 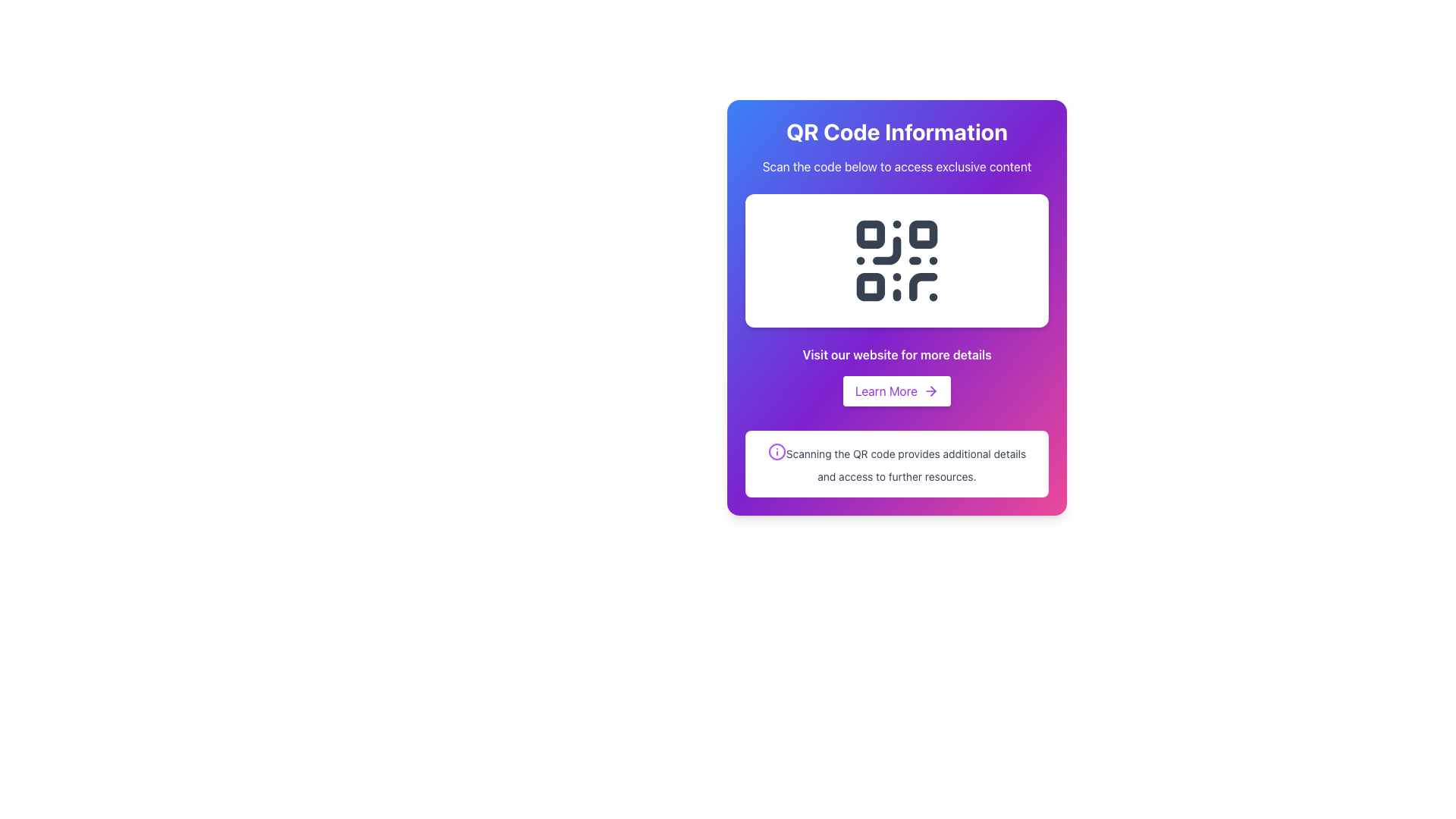 I want to click on the decorative graphic element positioned at the bottom left of the upper right quadrant of the QR code, so click(x=871, y=287).